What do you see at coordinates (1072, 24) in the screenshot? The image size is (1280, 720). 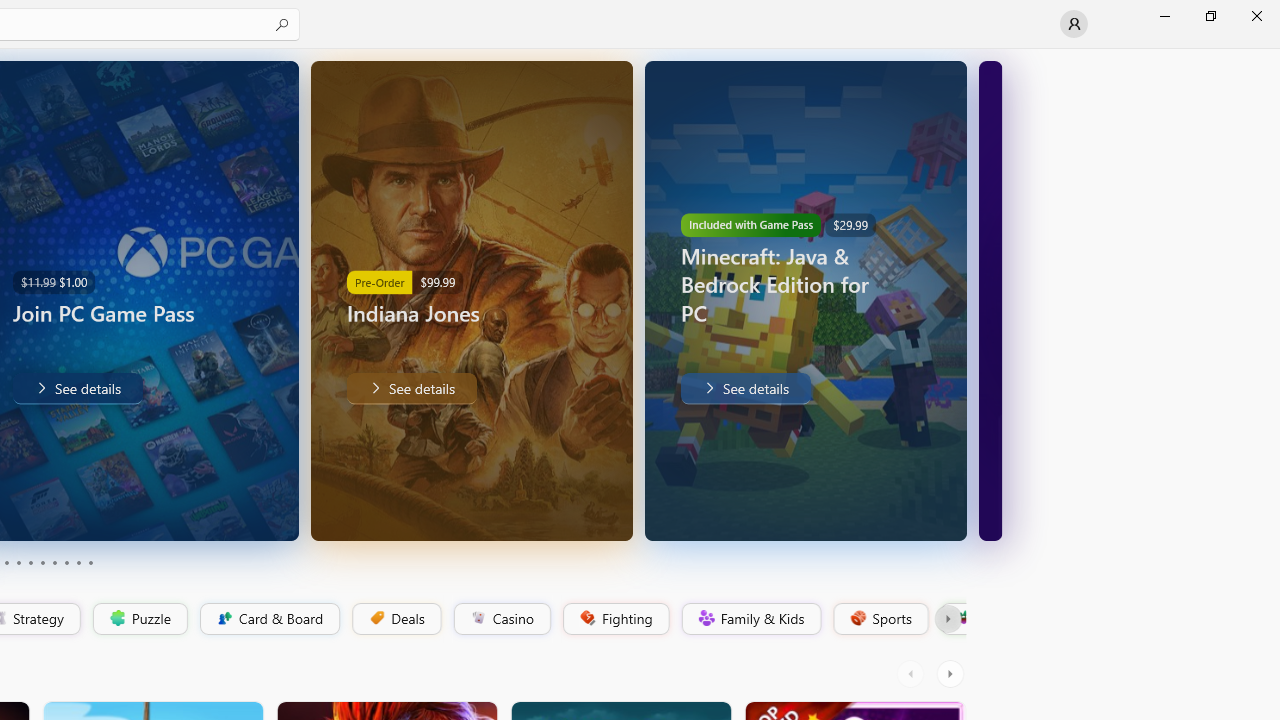 I see `'User profile'` at bounding box center [1072, 24].